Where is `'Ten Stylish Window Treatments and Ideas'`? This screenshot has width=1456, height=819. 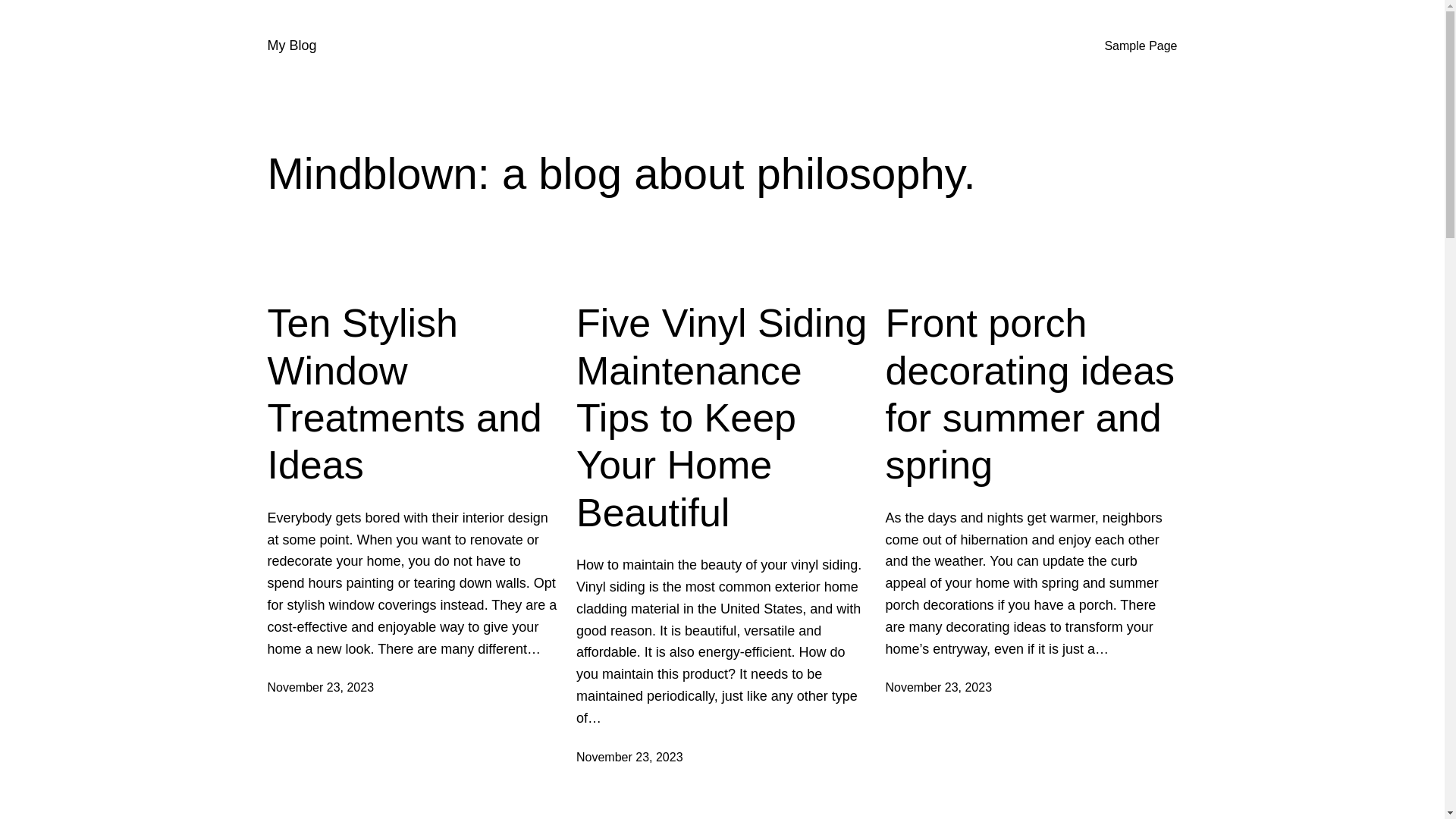 'Ten Stylish Window Treatments and Ideas' is located at coordinates (413, 394).